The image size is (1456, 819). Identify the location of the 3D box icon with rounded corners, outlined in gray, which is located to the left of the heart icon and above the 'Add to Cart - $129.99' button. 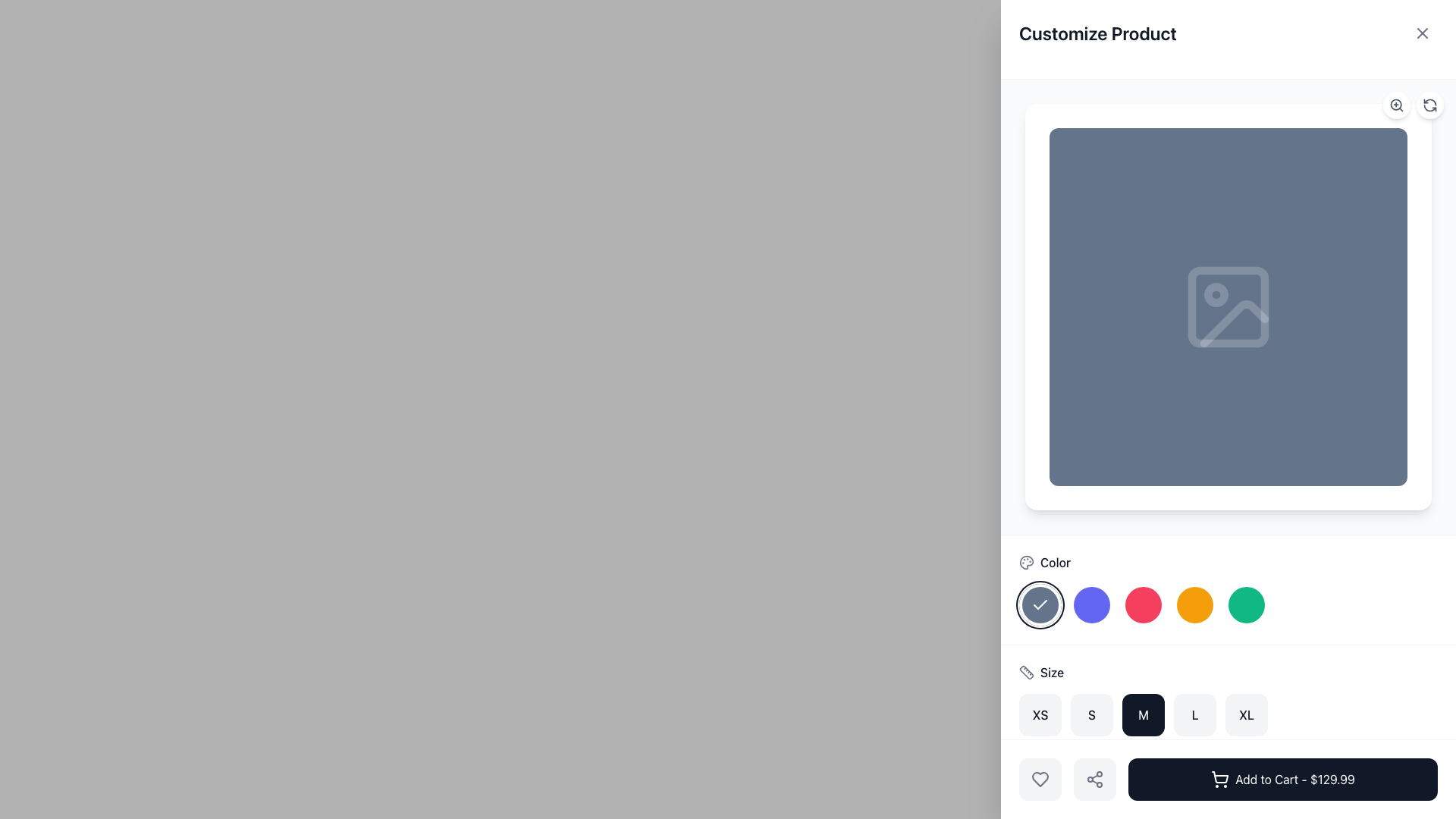
(1026, 783).